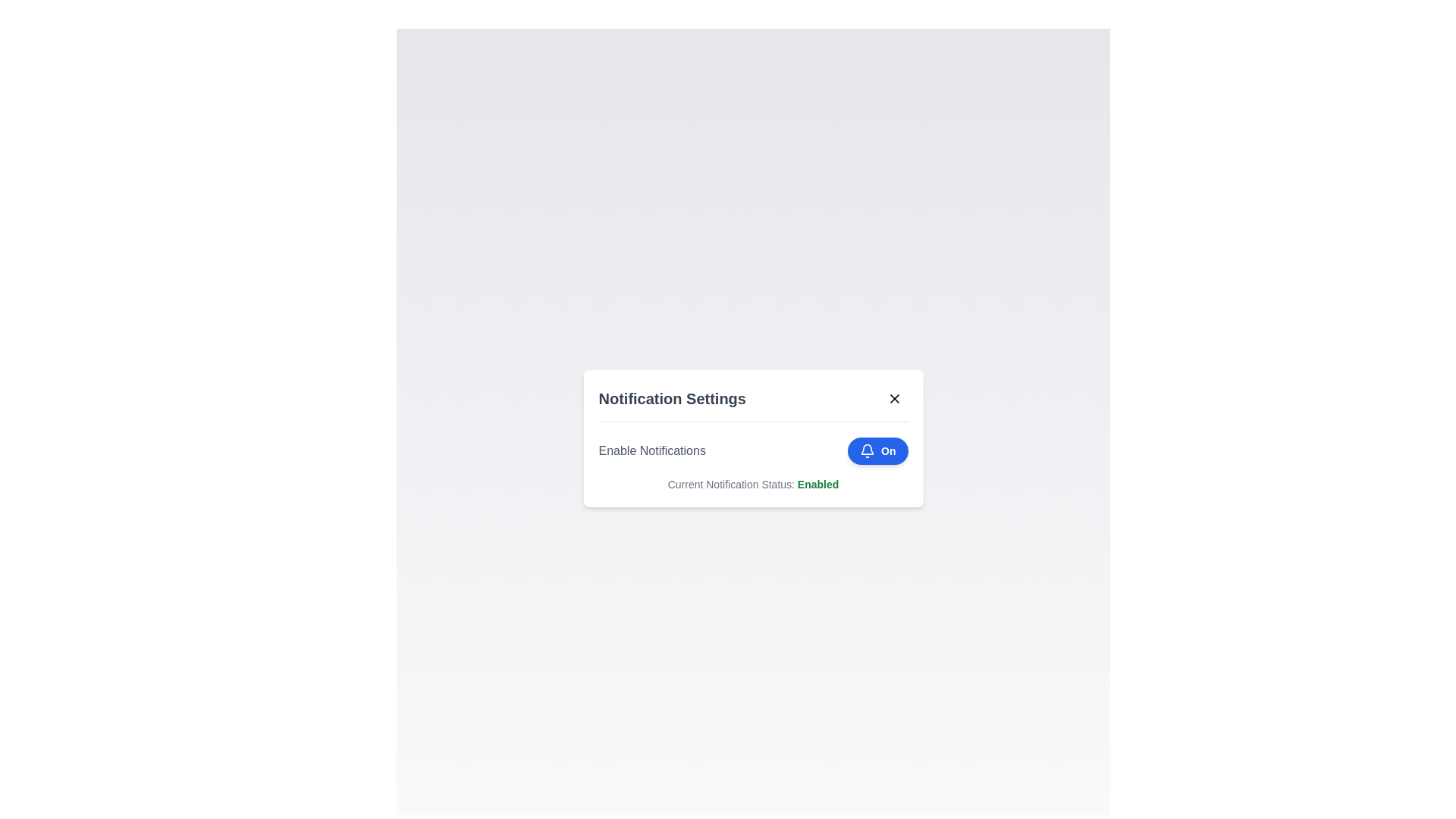 This screenshot has width=1456, height=819. I want to click on the text label displaying 'Enabled' which indicates the current notification status, styled in green with bold font, so click(817, 484).